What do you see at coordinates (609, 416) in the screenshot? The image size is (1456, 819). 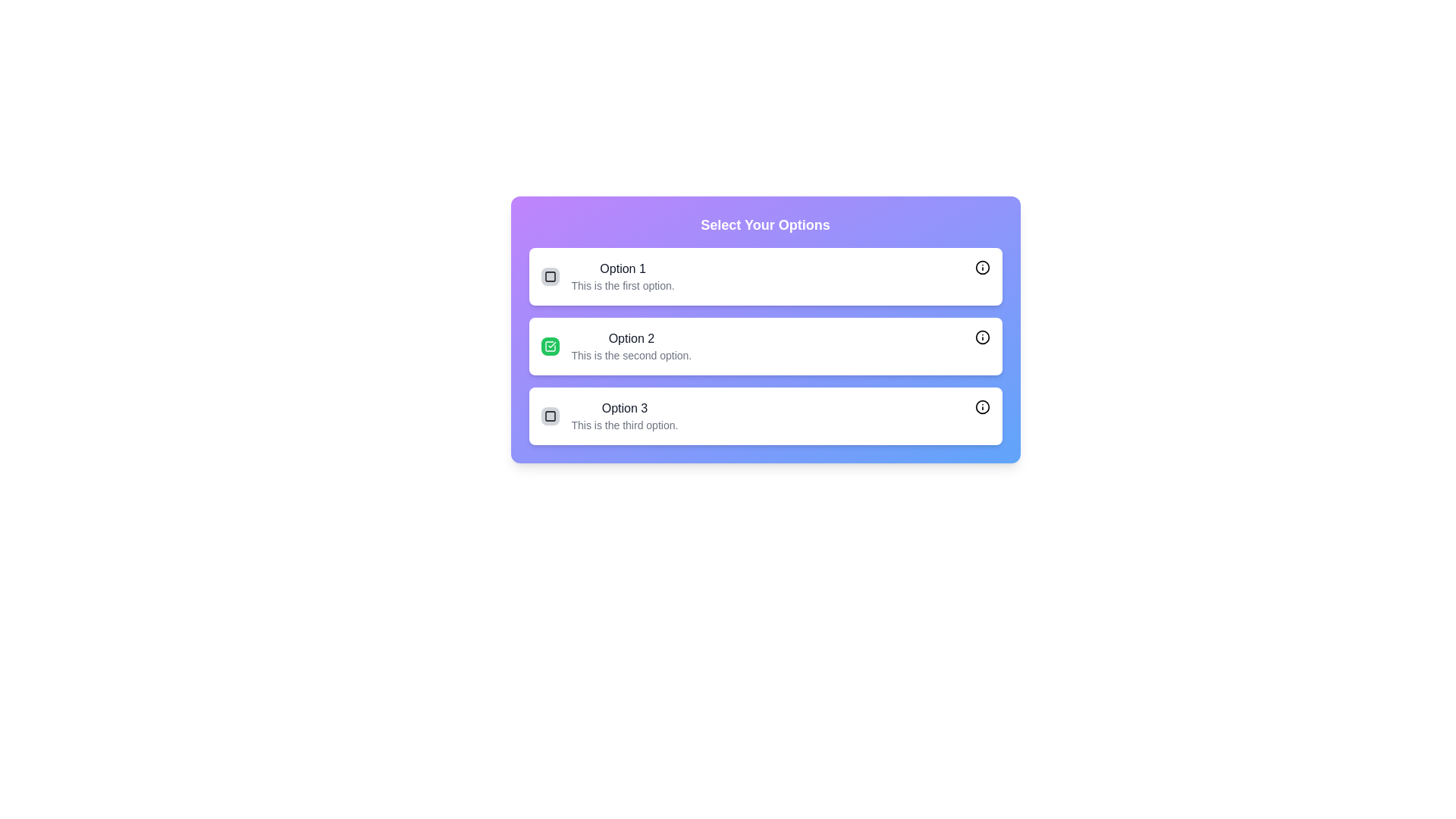 I see `the 'Option 3' label, which is a selectable option with a checkbox, to focus on the option details` at bounding box center [609, 416].